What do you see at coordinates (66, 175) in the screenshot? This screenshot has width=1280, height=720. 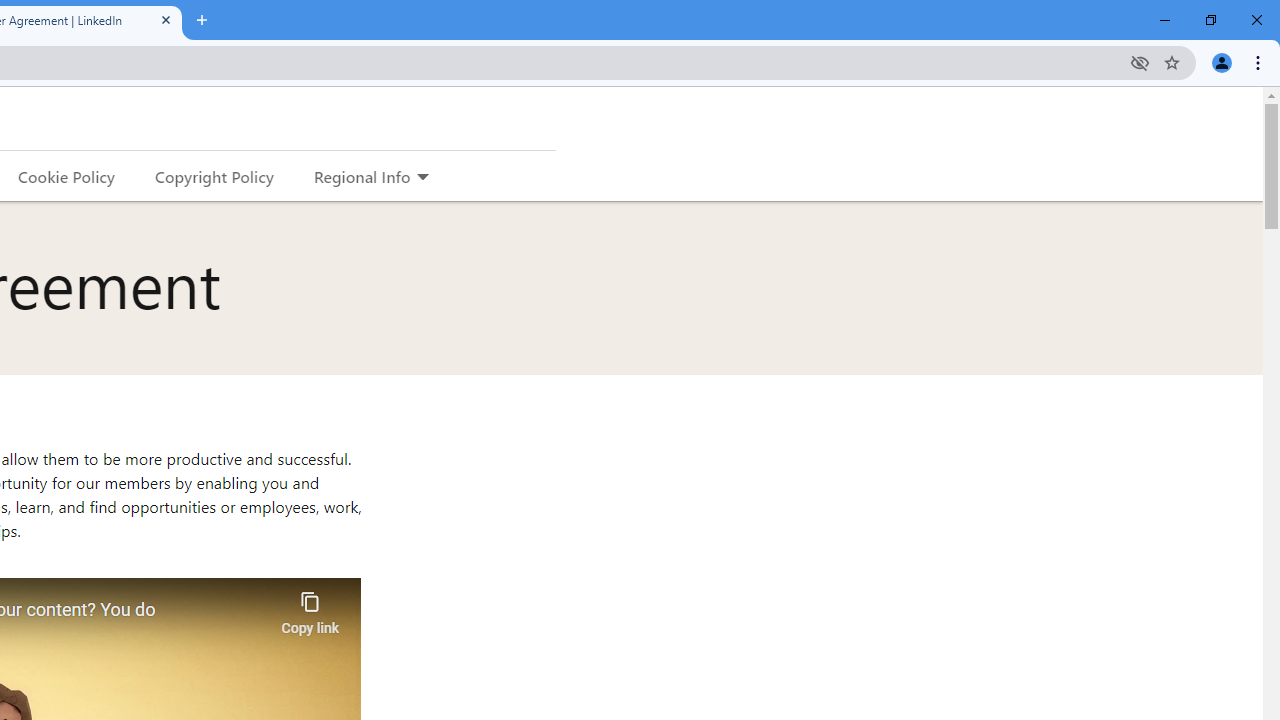 I see `'Cookie Policy'` at bounding box center [66, 175].